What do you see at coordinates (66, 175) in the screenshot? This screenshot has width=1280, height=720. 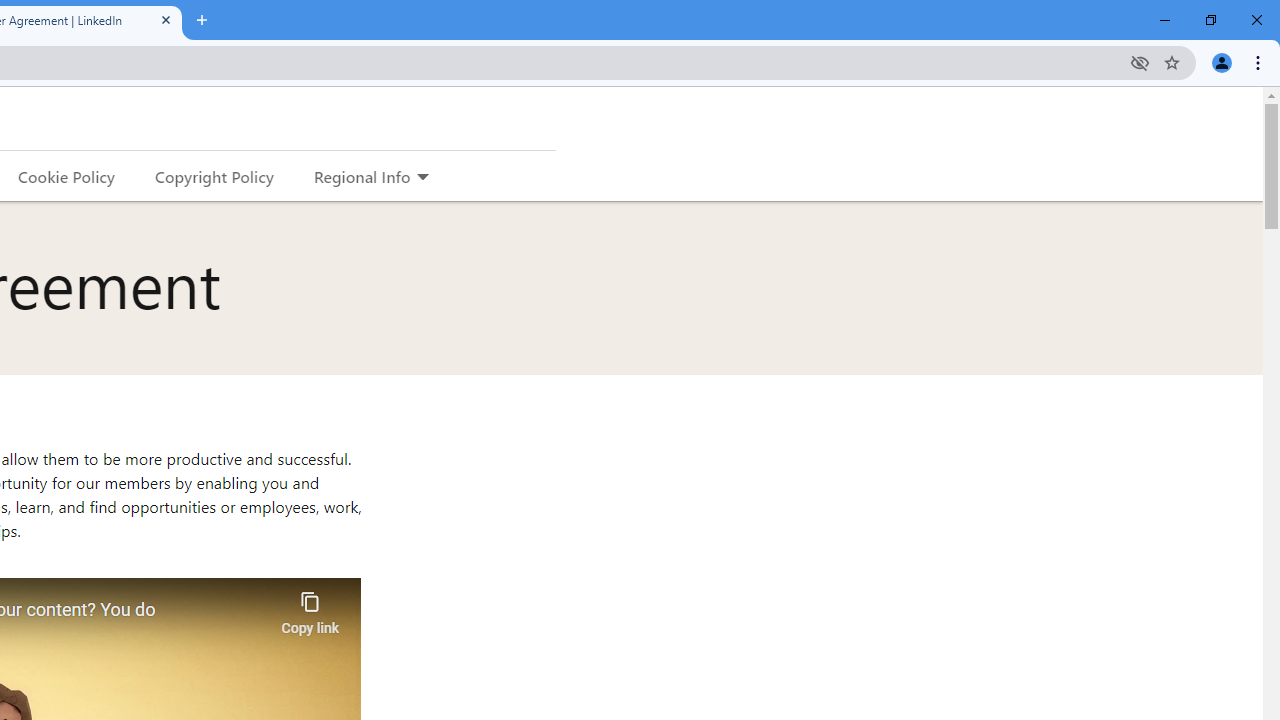 I see `'Cookie Policy'` at bounding box center [66, 175].